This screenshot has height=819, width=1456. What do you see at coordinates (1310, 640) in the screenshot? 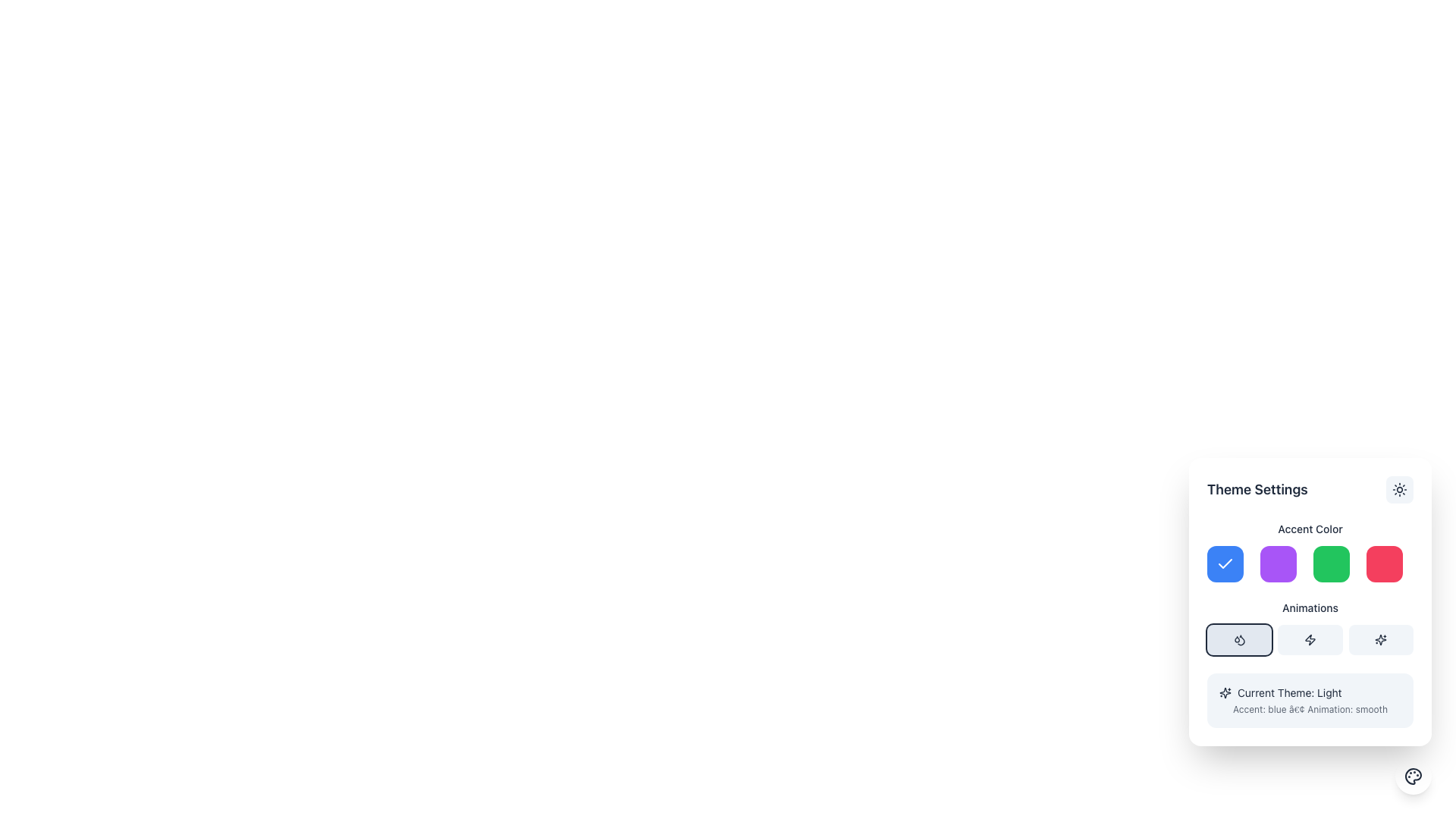
I see `the theme activation icon located in the 'Animations' section of the 'Theme Settings' card` at bounding box center [1310, 640].